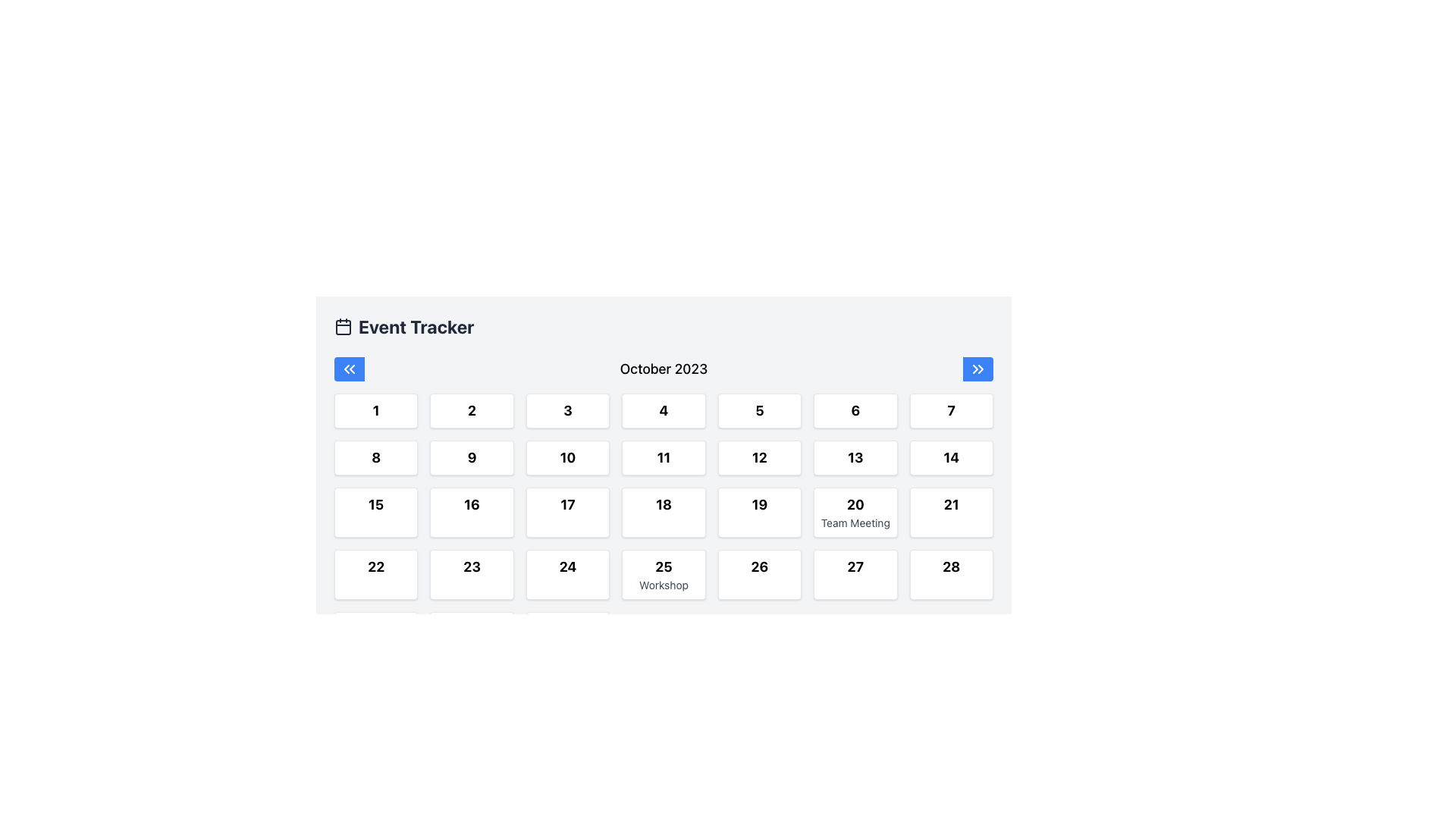 The image size is (1456, 819). I want to click on the Calendar date entry displaying the number '3', which is the third entry in the first row of the grid layout, so click(566, 411).